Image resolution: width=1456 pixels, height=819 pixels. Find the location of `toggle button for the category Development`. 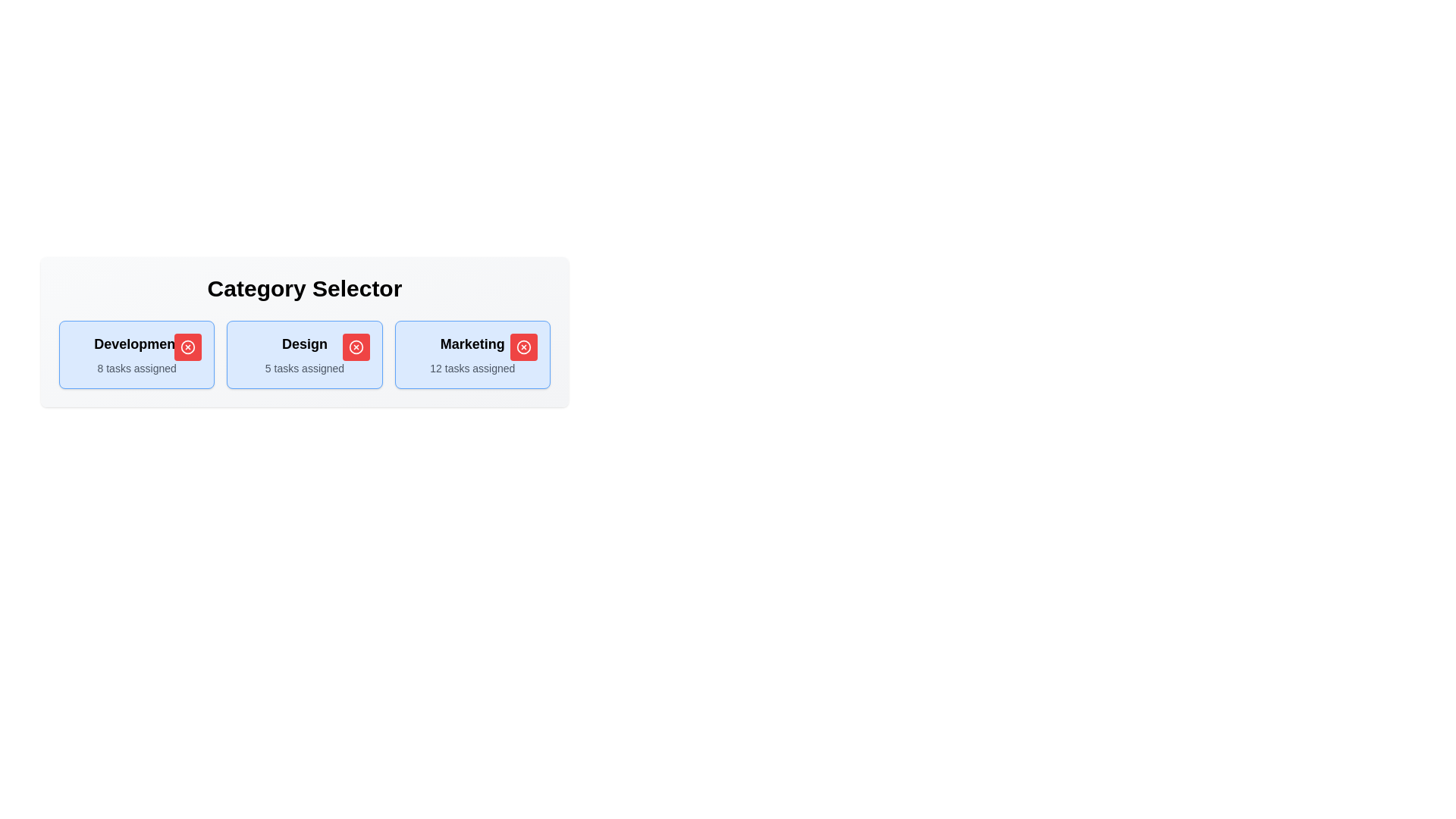

toggle button for the category Development is located at coordinates (187, 347).